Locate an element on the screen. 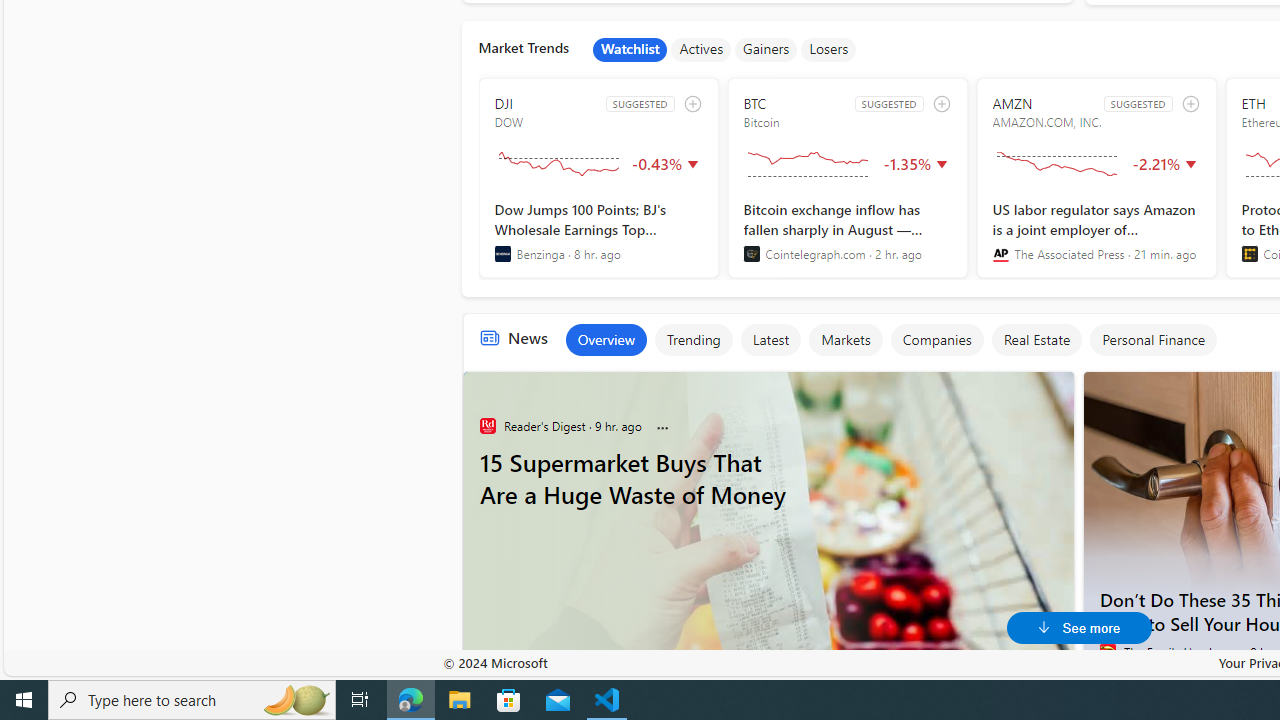 Image resolution: width=1280 pixels, height=720 pixels. 'Gainers' is located at coordinates (765, 49).